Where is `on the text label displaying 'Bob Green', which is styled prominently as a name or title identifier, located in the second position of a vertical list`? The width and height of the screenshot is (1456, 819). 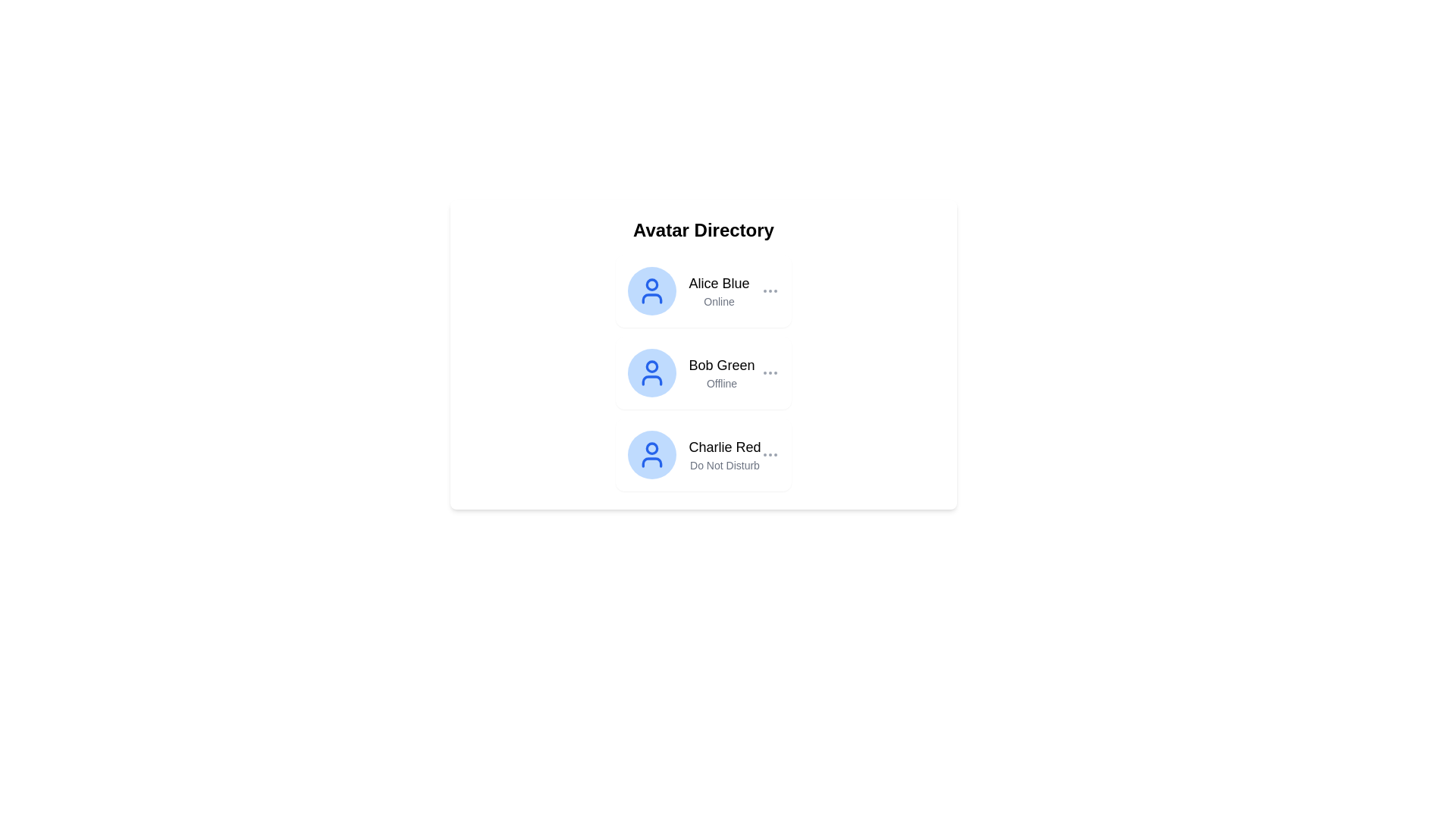
on the text label displaying 'Bob Green', which is styled prominently as a name or title identifier, located in the second position of a vertical list is located at coordinates (720, 366).